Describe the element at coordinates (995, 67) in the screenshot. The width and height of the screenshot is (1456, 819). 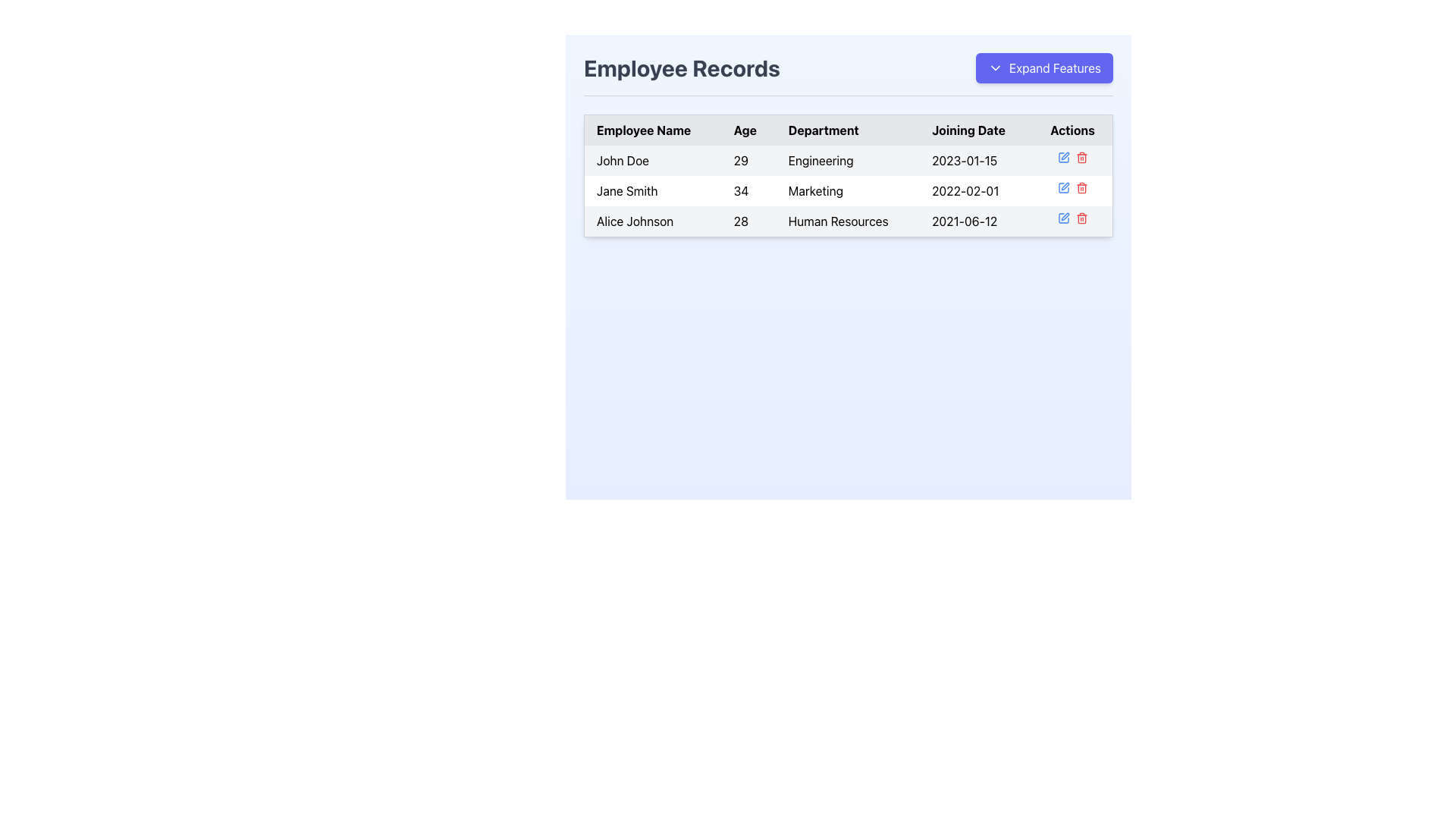
I see `the small downward-pointing chevron icon located inside the blue 'Expand Features' button` at that location.